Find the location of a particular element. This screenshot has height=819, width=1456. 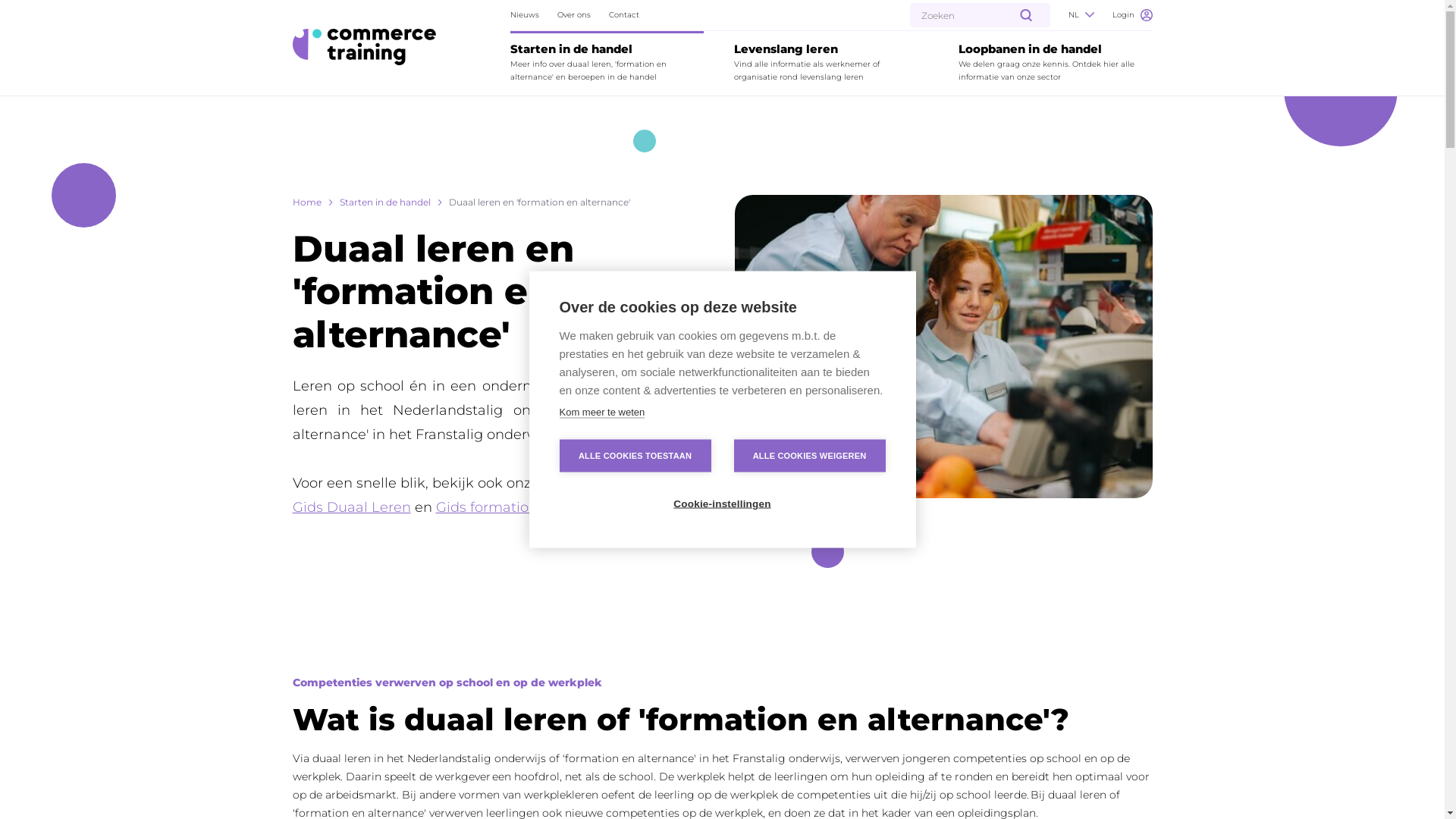

'Duaal leren en 'formation en alternance'' is located at coordinates (539, 201).